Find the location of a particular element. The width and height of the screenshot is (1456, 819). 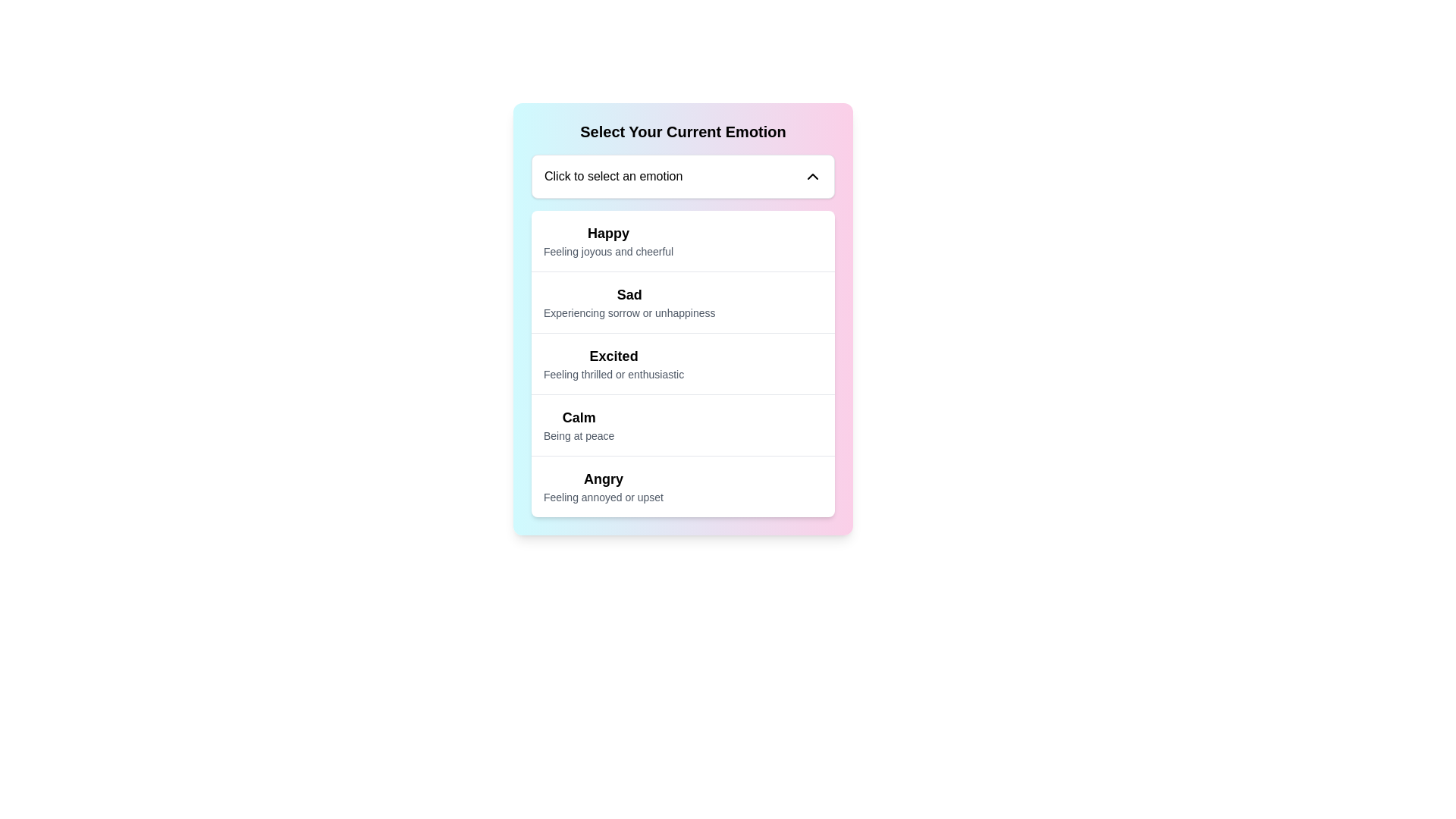

the 'Happy' emotion selection option, which is the first item in a vertical list of selectable emotions located below the dropdown labeled 'Click to select an emotion' is located at coordinates (608, 240).